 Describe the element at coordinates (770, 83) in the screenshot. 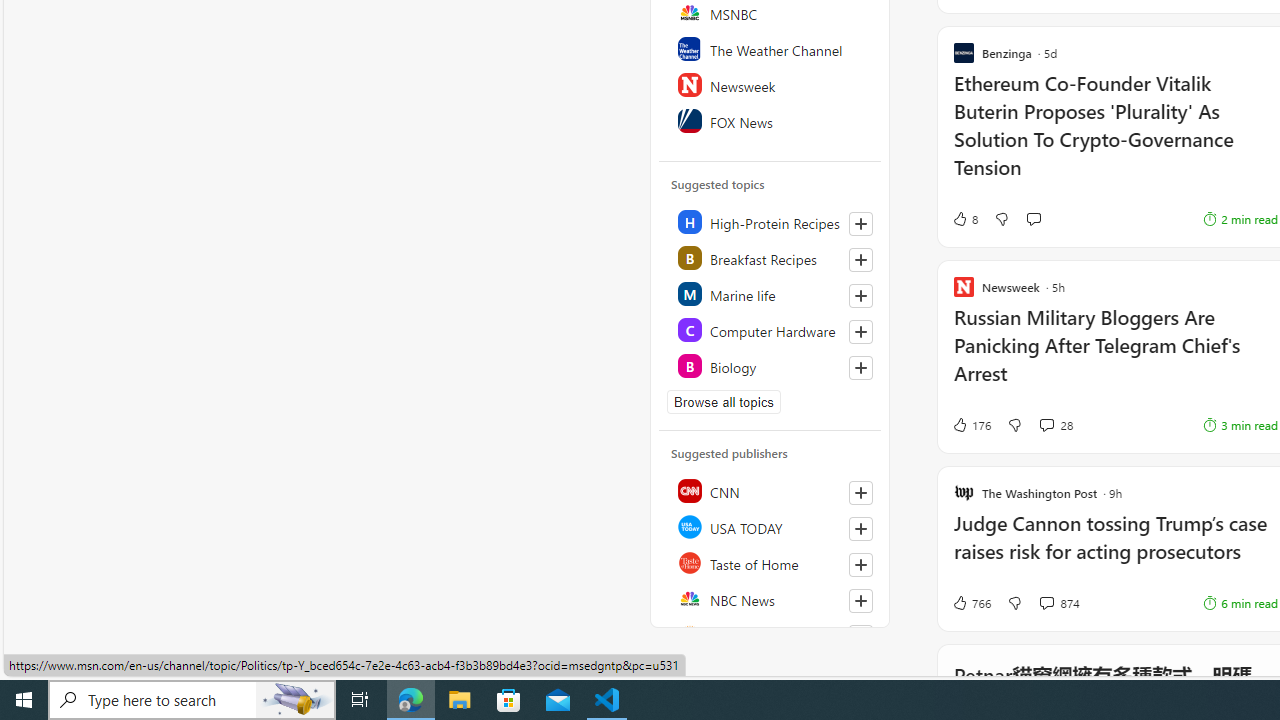

I see `'Newsweek'` at that location.